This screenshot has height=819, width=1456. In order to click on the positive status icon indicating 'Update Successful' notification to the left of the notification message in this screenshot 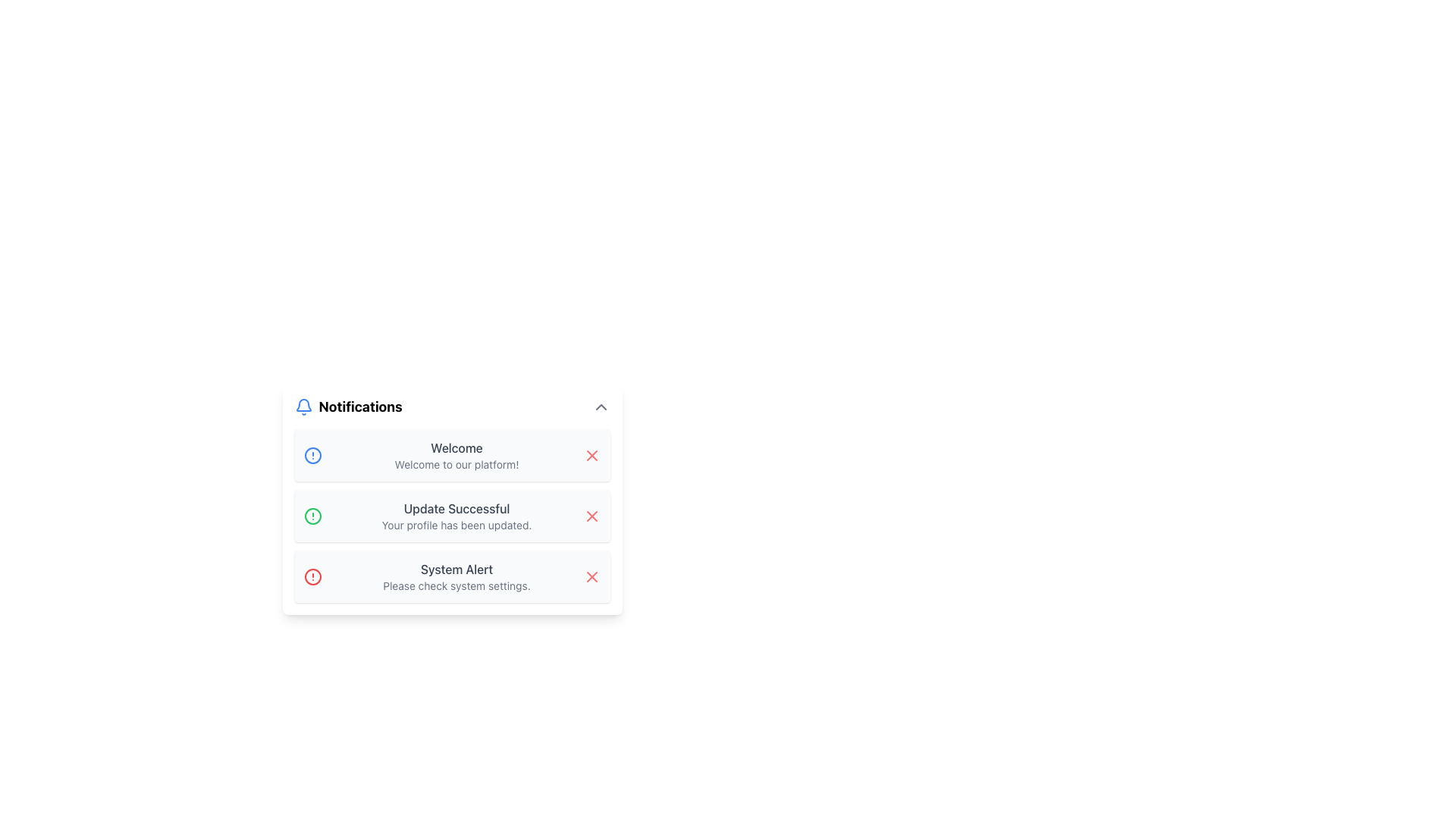, I will do `click(312, 516)`.